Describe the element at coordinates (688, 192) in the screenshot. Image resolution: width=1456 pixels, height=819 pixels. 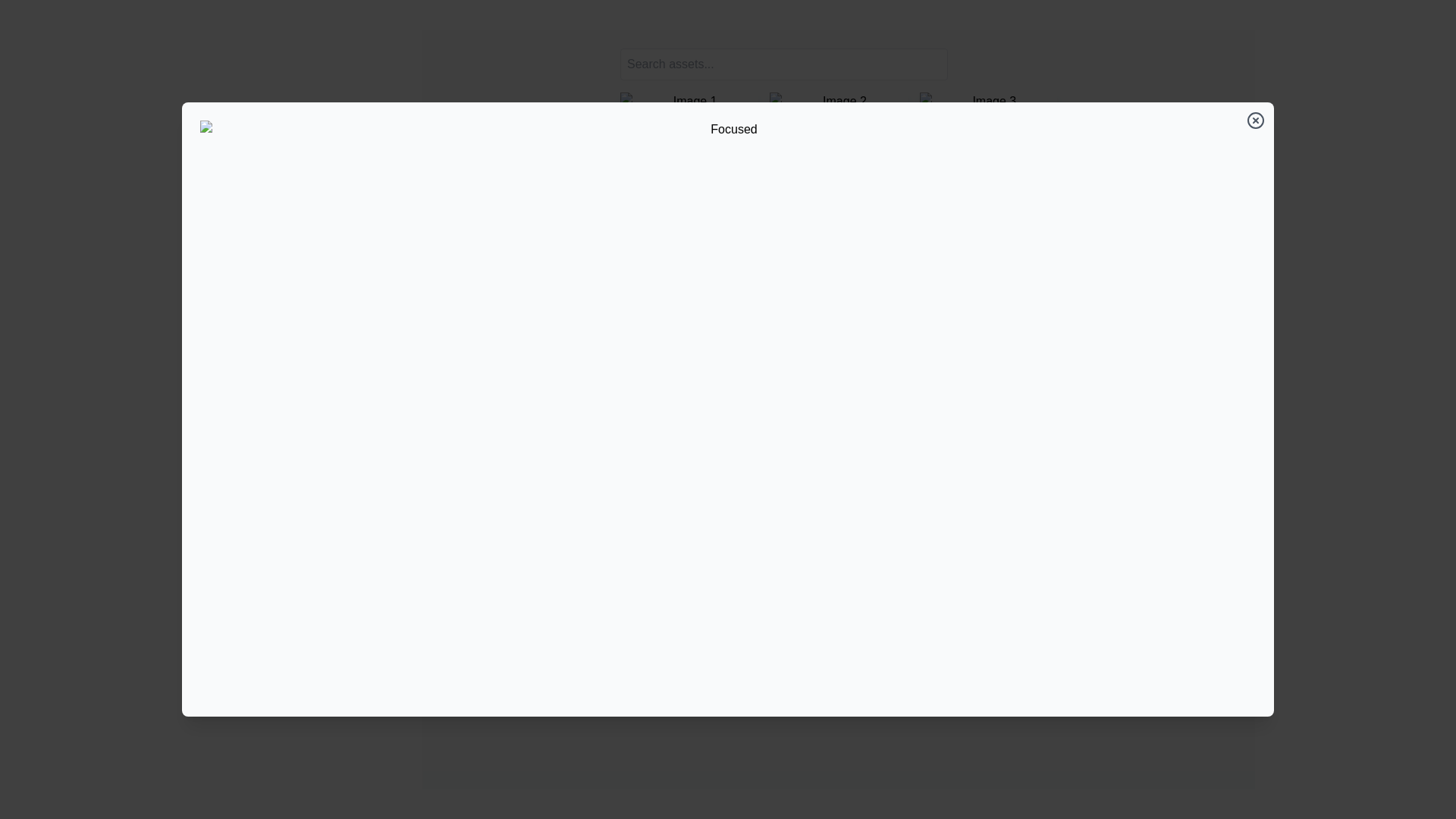
I see `the grid item associated with 'Image 10'` at that location.